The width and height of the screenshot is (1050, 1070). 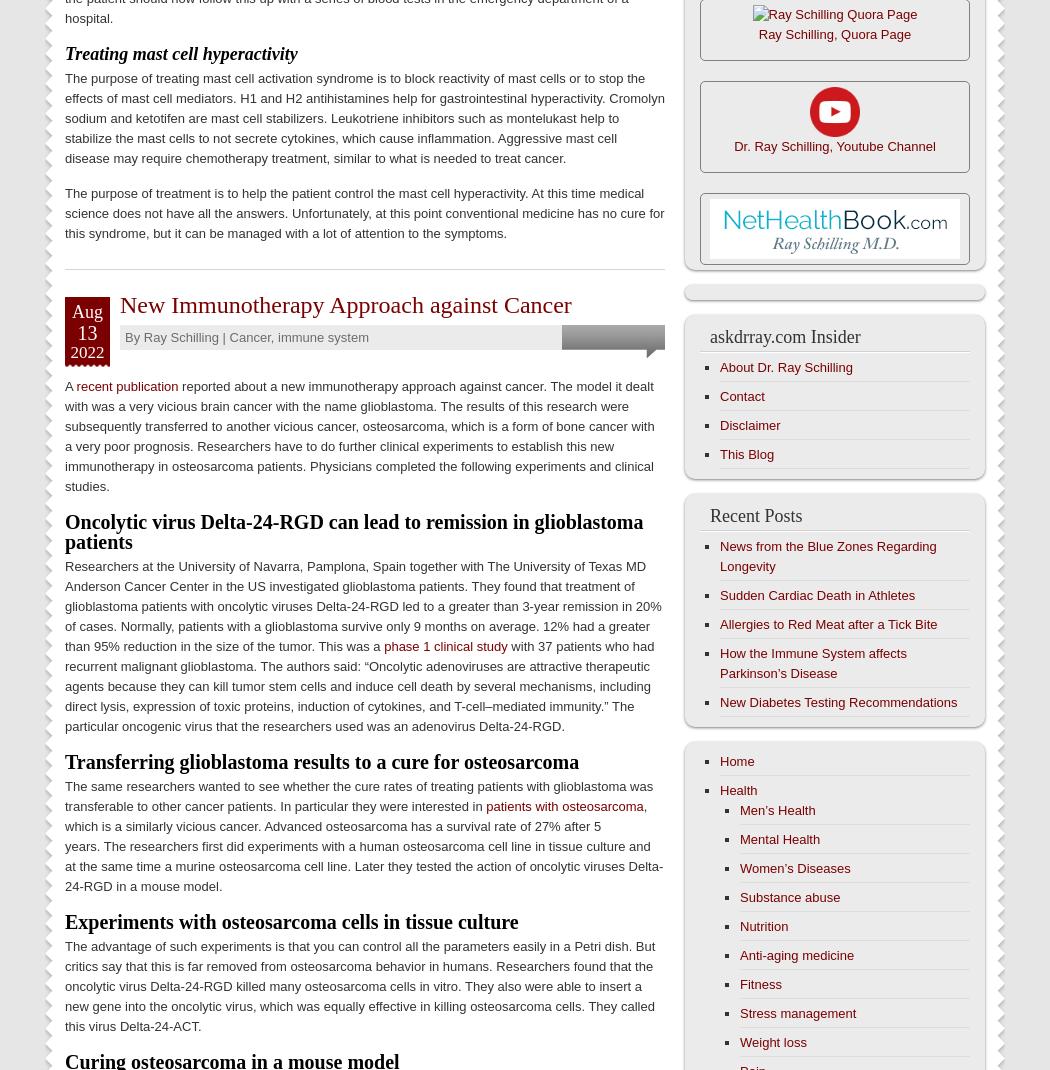 What do you see at coordinates (249, 336) in the screenshot?
I see `'Cancer'` at bounding box center [249, 336].